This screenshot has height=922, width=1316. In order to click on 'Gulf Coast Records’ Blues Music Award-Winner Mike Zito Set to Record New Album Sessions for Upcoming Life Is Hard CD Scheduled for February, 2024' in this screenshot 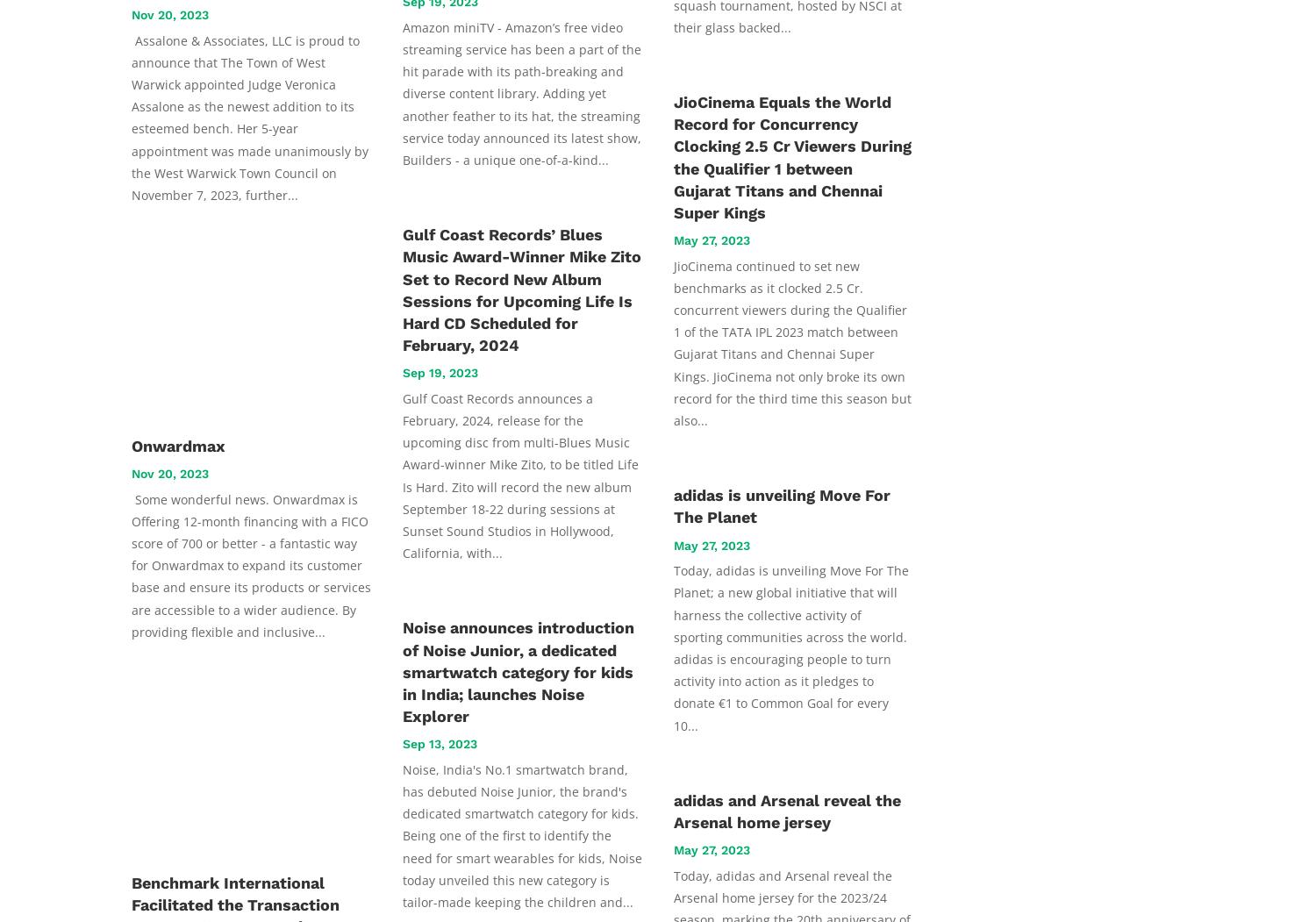, I will do `click(521, 289)`.